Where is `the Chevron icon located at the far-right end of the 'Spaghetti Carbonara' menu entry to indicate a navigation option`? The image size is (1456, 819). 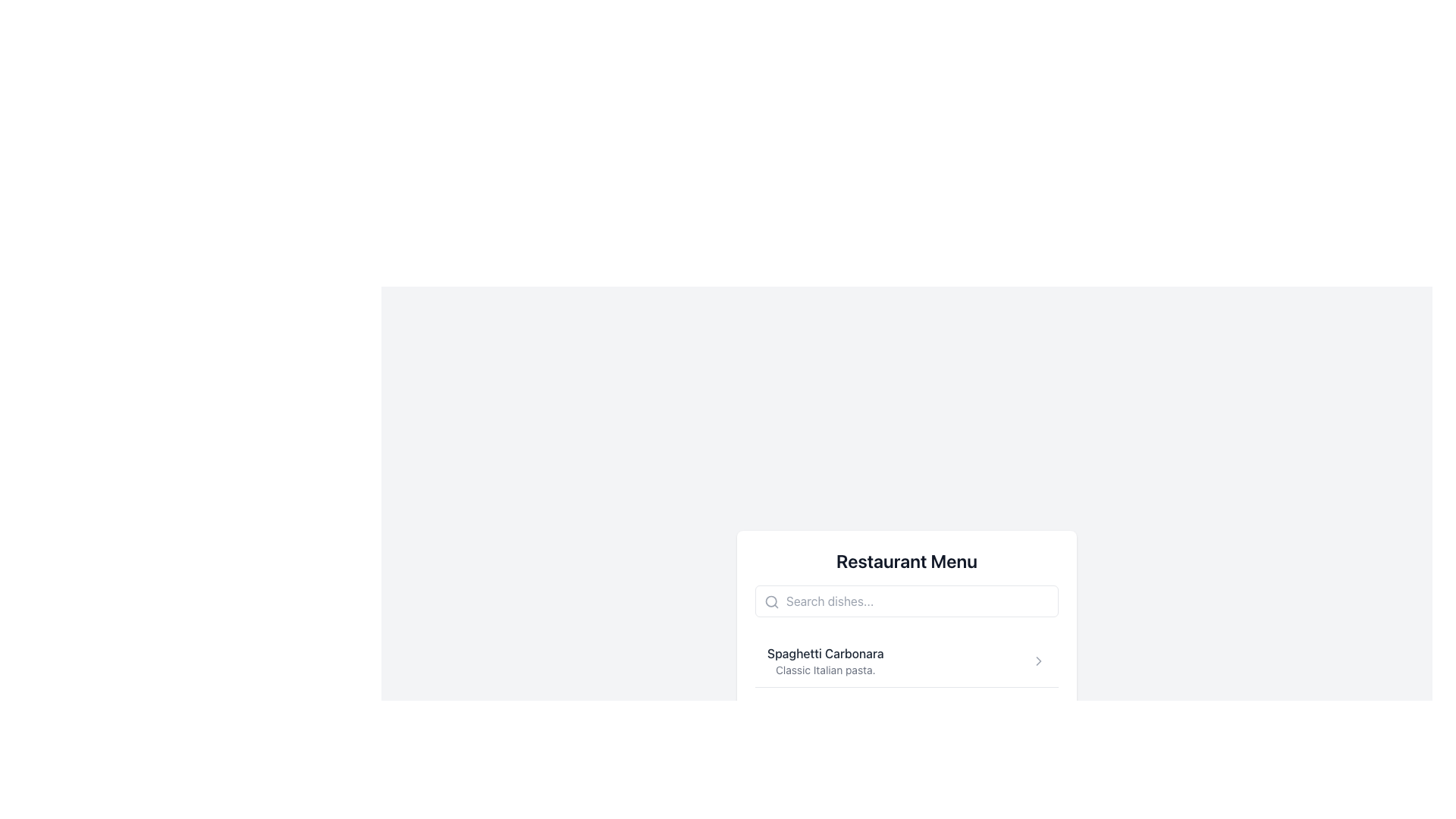 the Chevron icon located at the far-right end of the 'Spaghetti Carbonara' menu entry to indicate a navigation option is located at coordinates (1037, 660).